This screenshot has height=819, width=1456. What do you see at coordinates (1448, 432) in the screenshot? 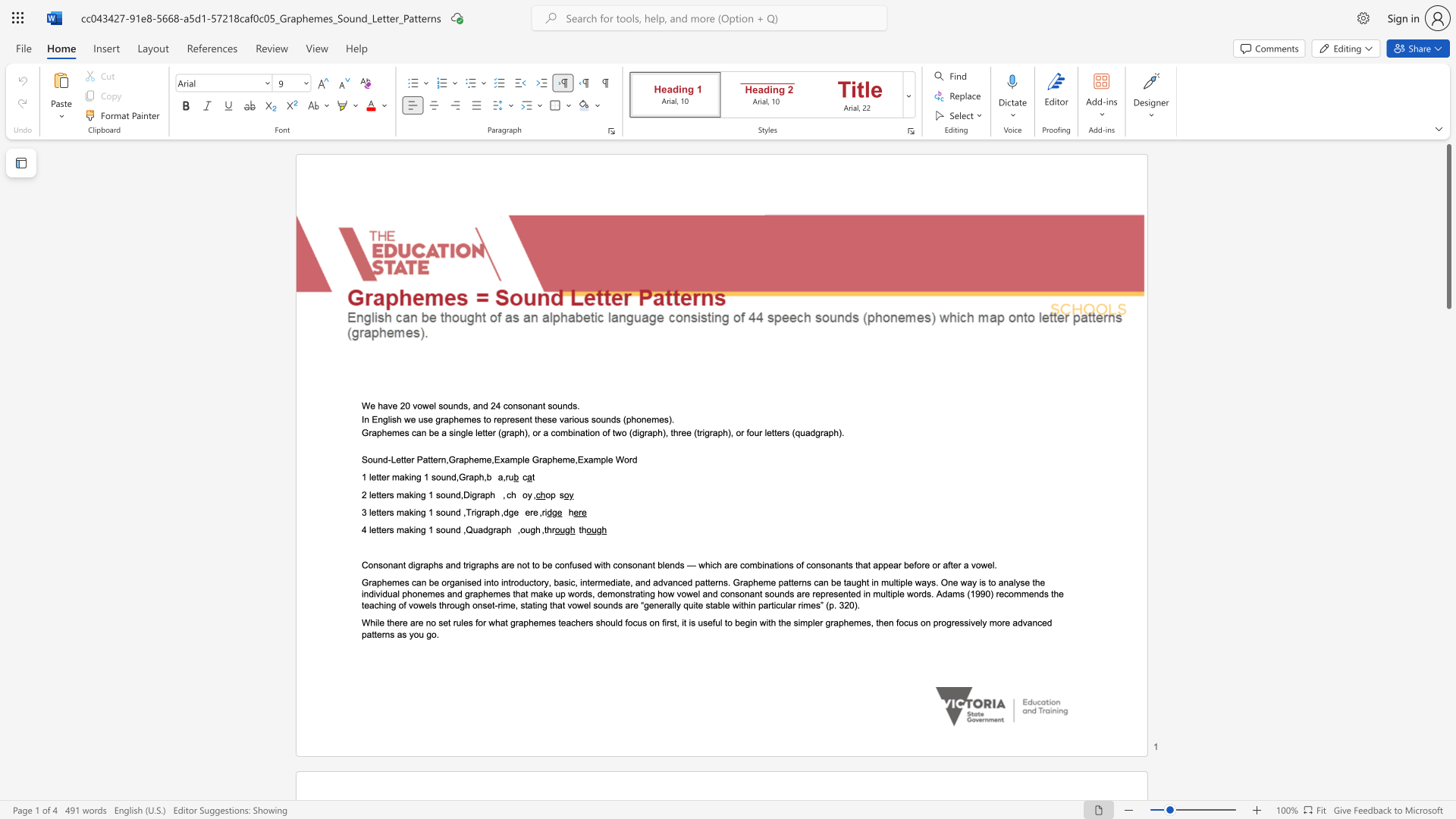
I see `the scrollbar on the right side to scroll the page down` at bounding box center [1448, 432].